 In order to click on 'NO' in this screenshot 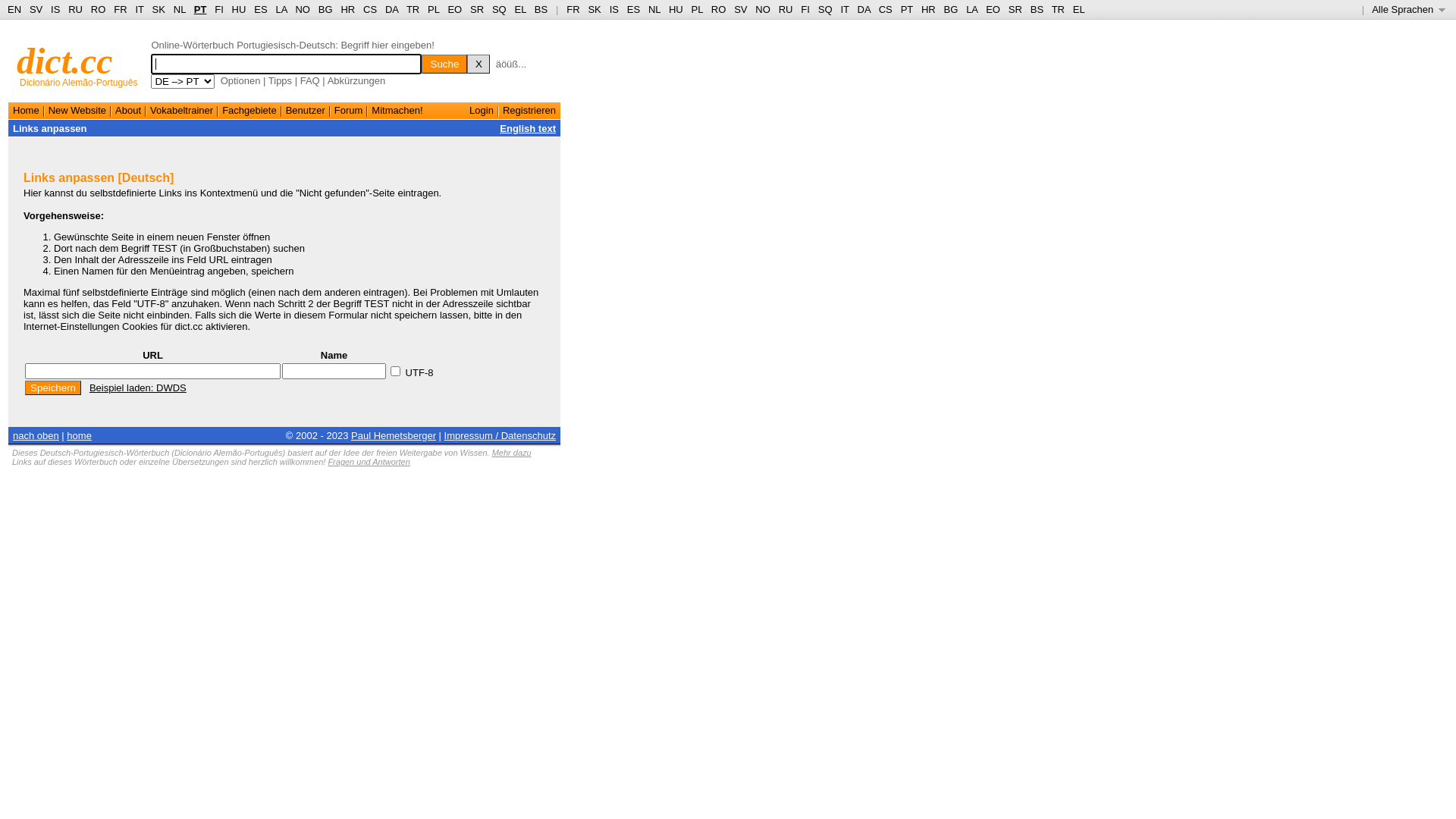, I will do `click(302, 9)`.